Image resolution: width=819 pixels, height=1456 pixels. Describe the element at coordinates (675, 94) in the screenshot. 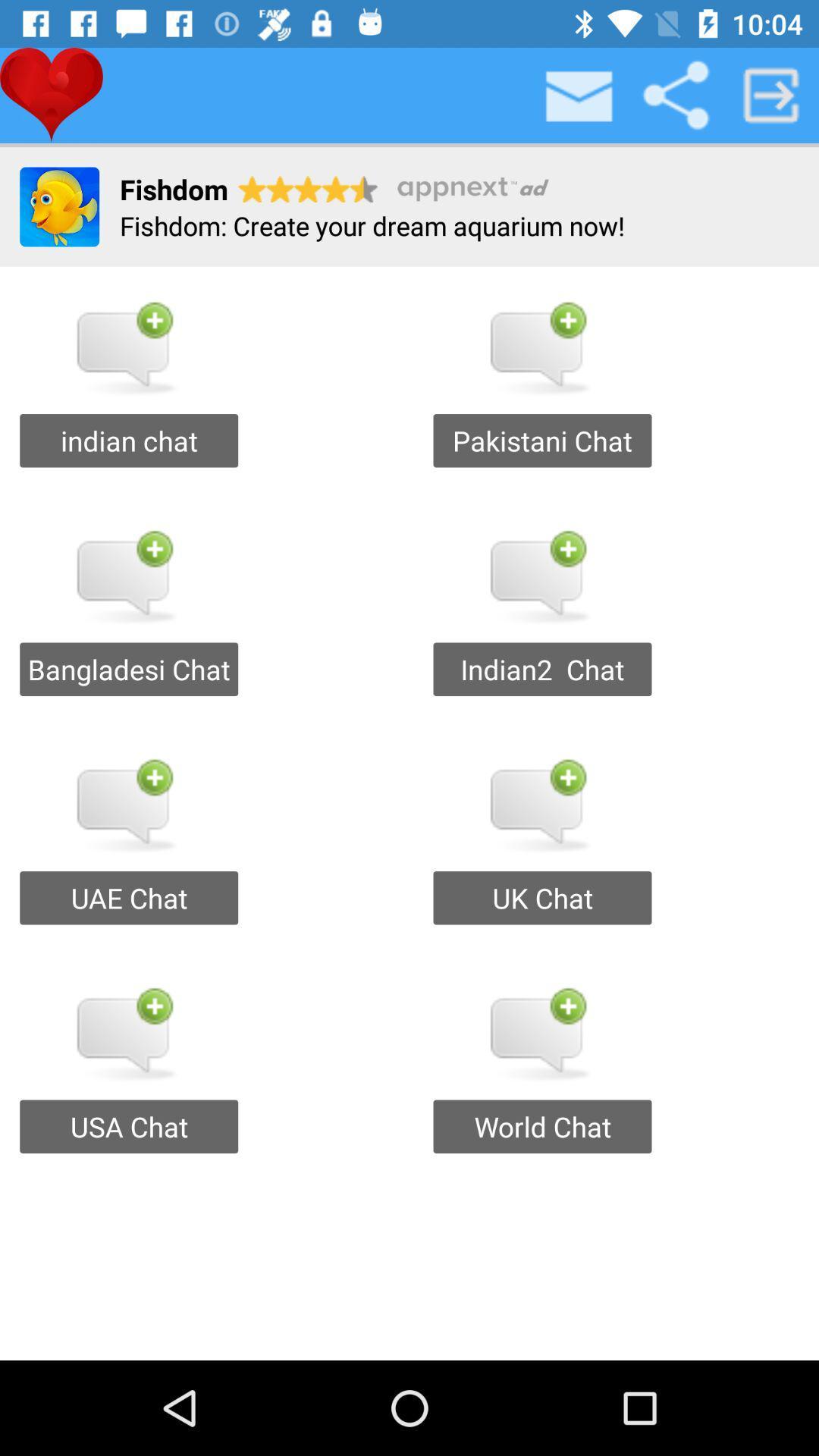

I see `the share icon` at that location.